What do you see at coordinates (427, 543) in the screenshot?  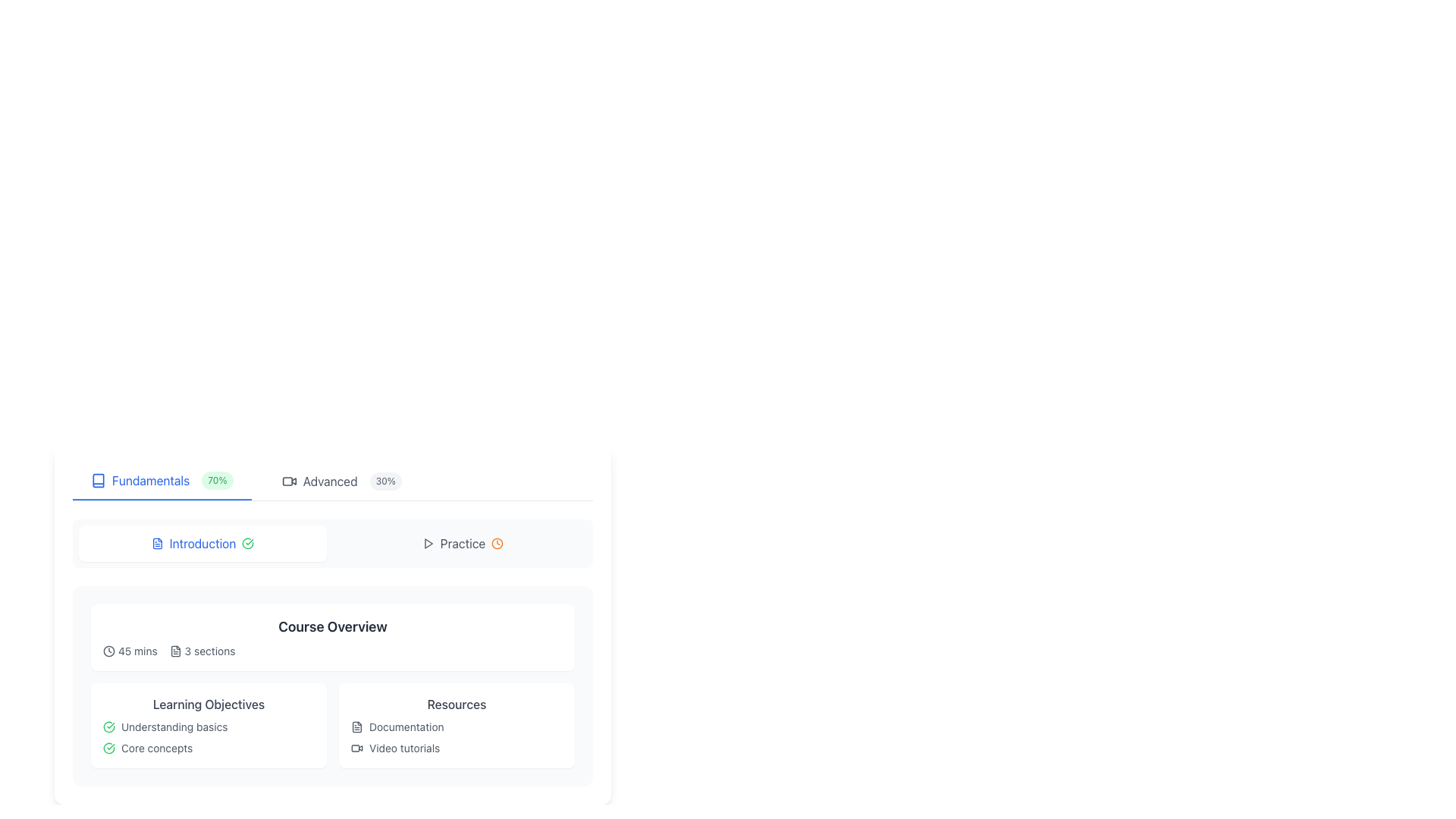 I see `the 'play' icon located within the 'Practice' button in the top navigation section` at bounding box center [427, 543].